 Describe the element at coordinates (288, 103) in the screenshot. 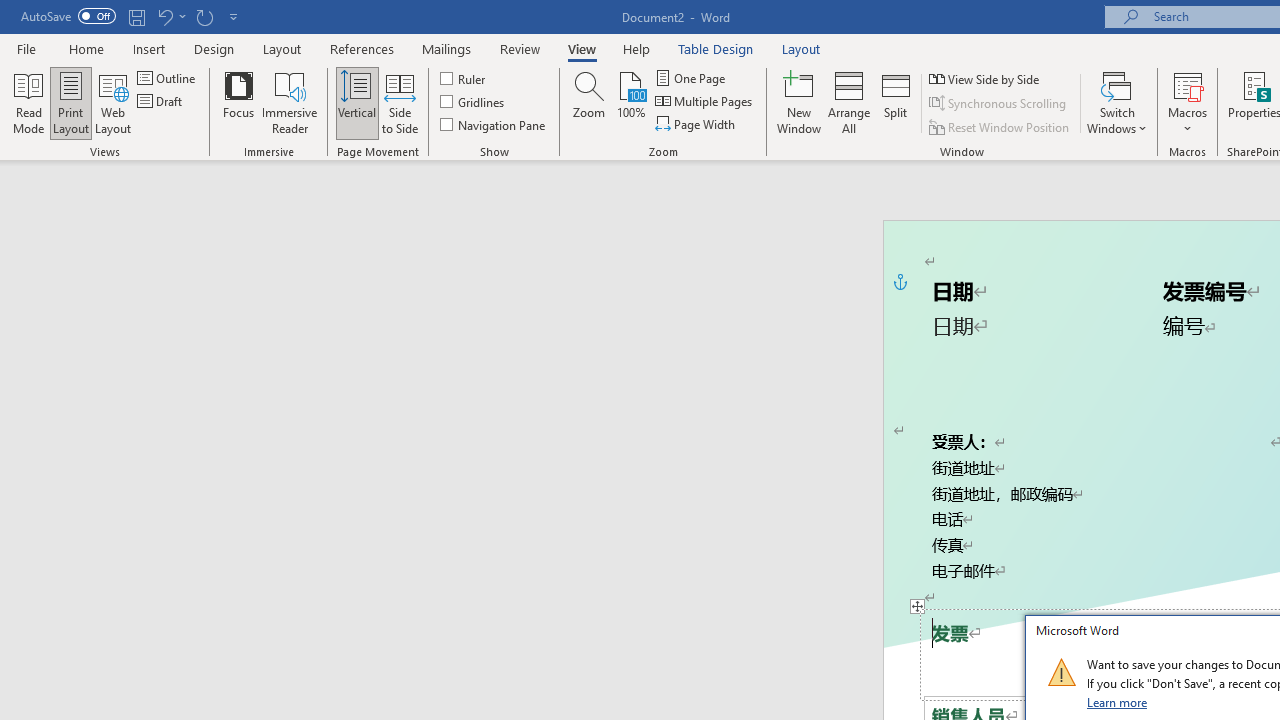

I see `'Immersive Reader'` at that location.